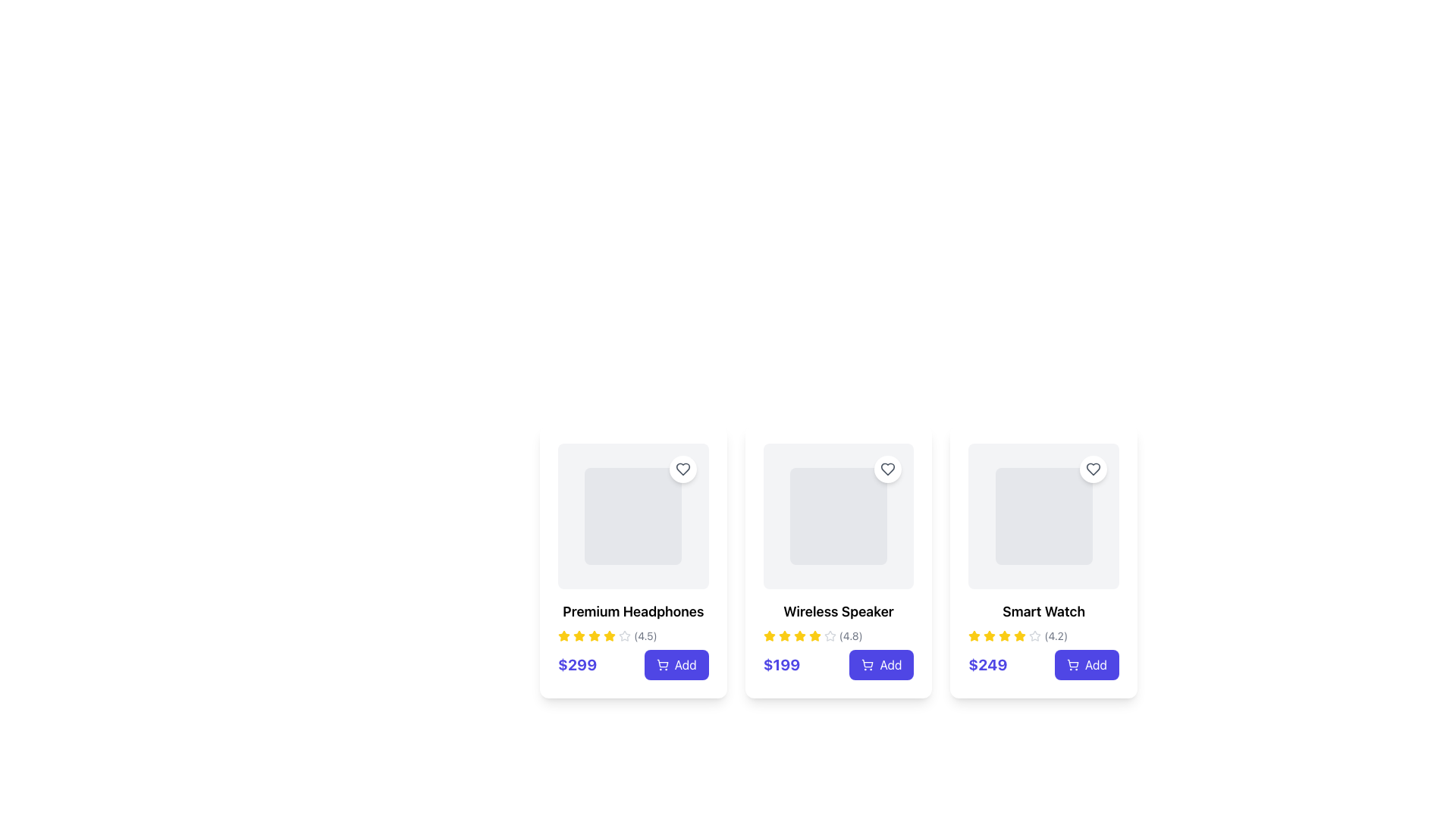 This screenshot has height=819, width=1456. What do you see at coordinates (1034, 636) in the screenshot?
I see `the fifth unfilled star icon in the rating system located below 'Smart Watch' and above the rating '(4.2)' and price '$249'` at bounding box center [1034, 636].